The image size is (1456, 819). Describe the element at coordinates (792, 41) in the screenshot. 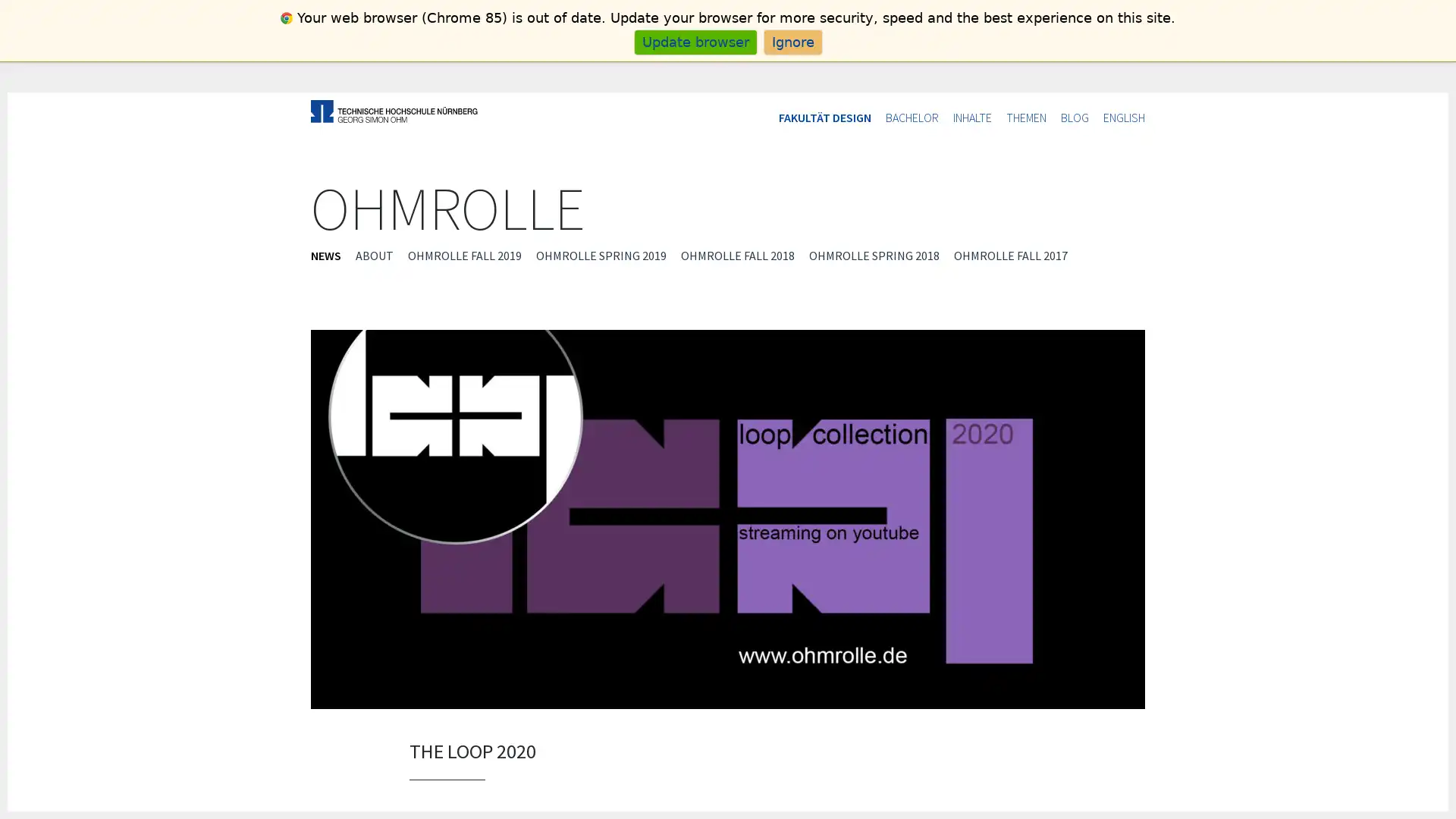

I see `Ignore` at that location.